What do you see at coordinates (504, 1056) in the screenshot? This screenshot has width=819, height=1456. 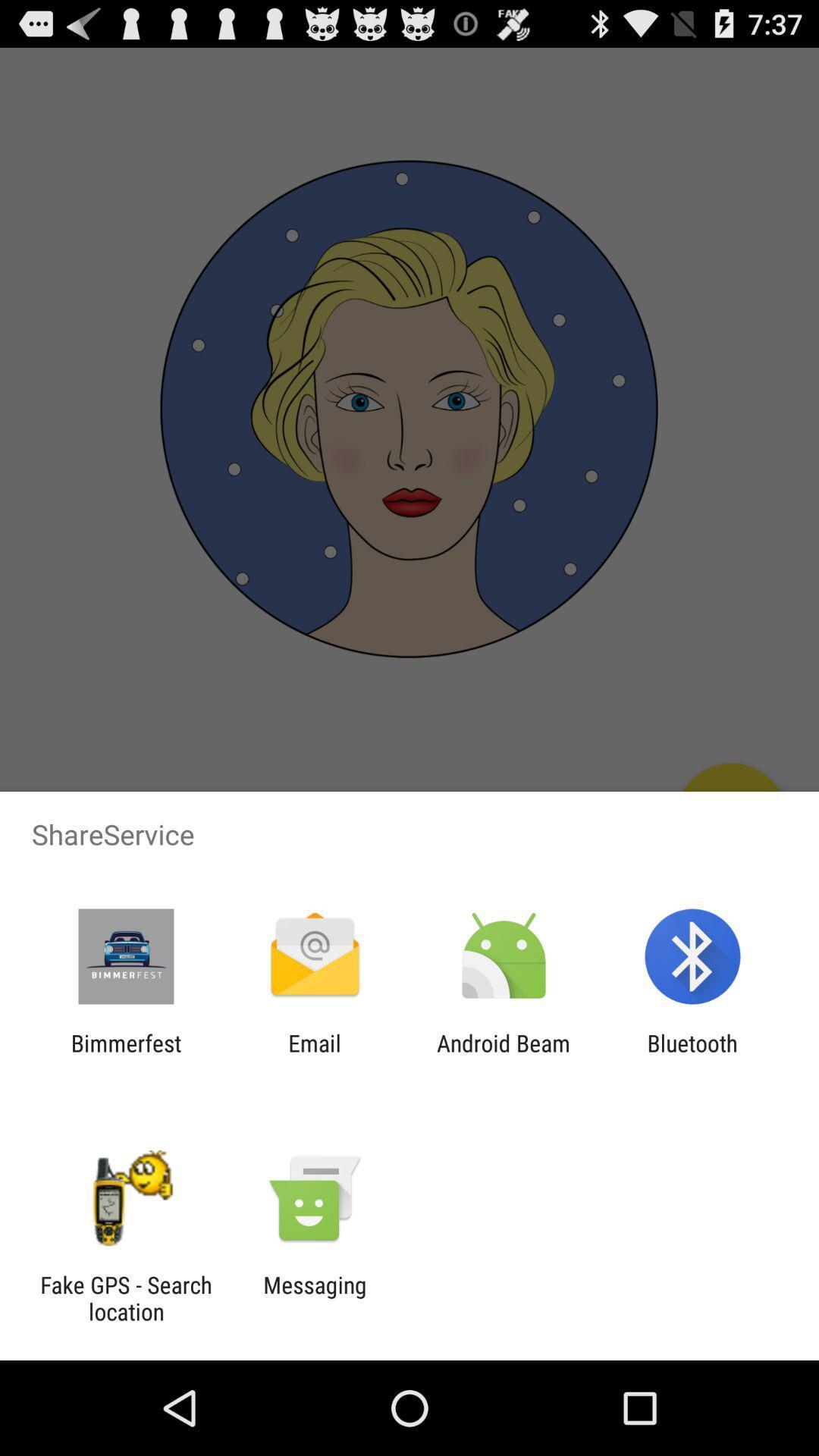 I see `the android beam` at bounding box center [504, 1056].